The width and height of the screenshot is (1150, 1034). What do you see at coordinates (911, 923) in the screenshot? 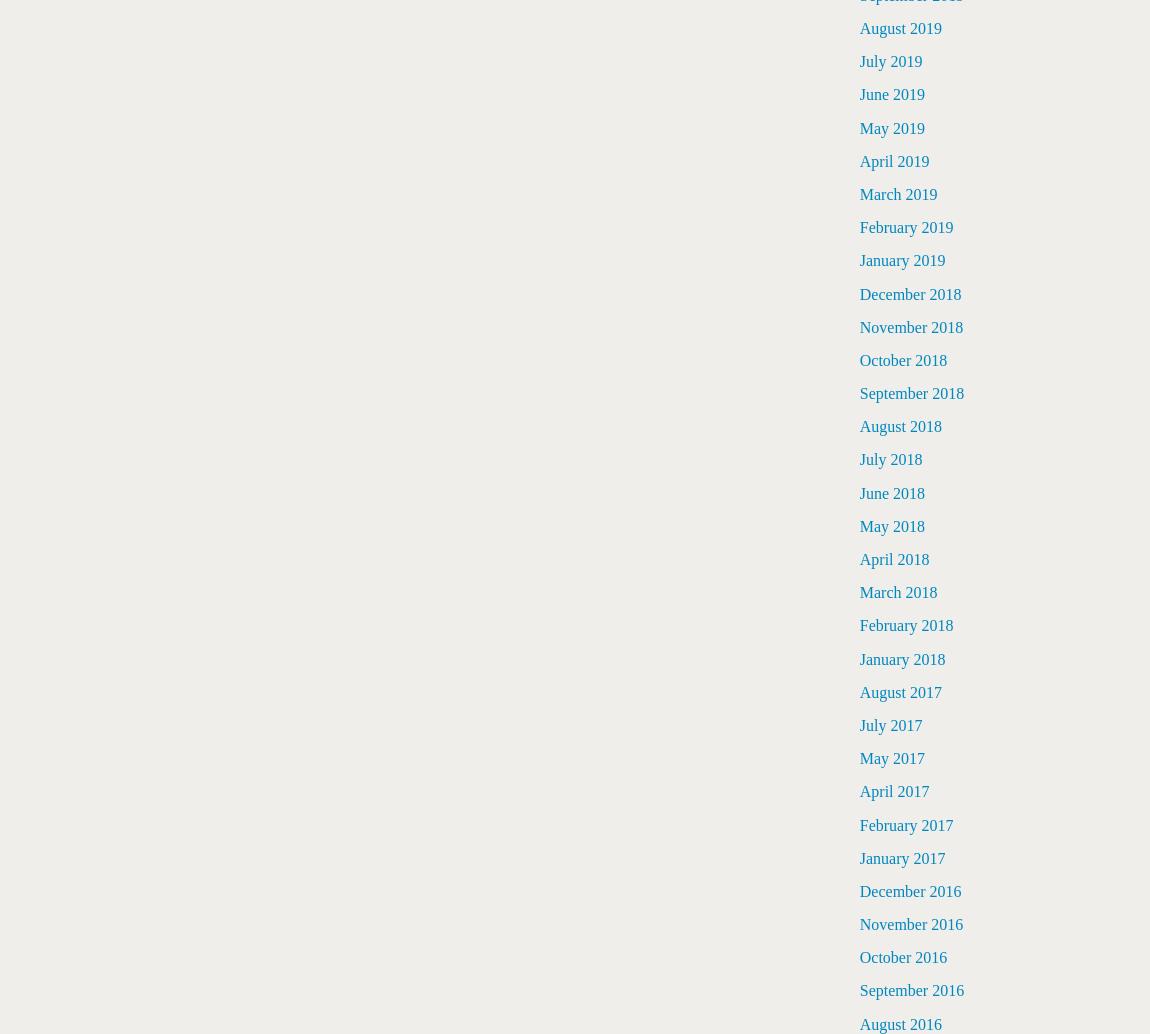
I see `'November 2016'` at bounding box center [911, 923].